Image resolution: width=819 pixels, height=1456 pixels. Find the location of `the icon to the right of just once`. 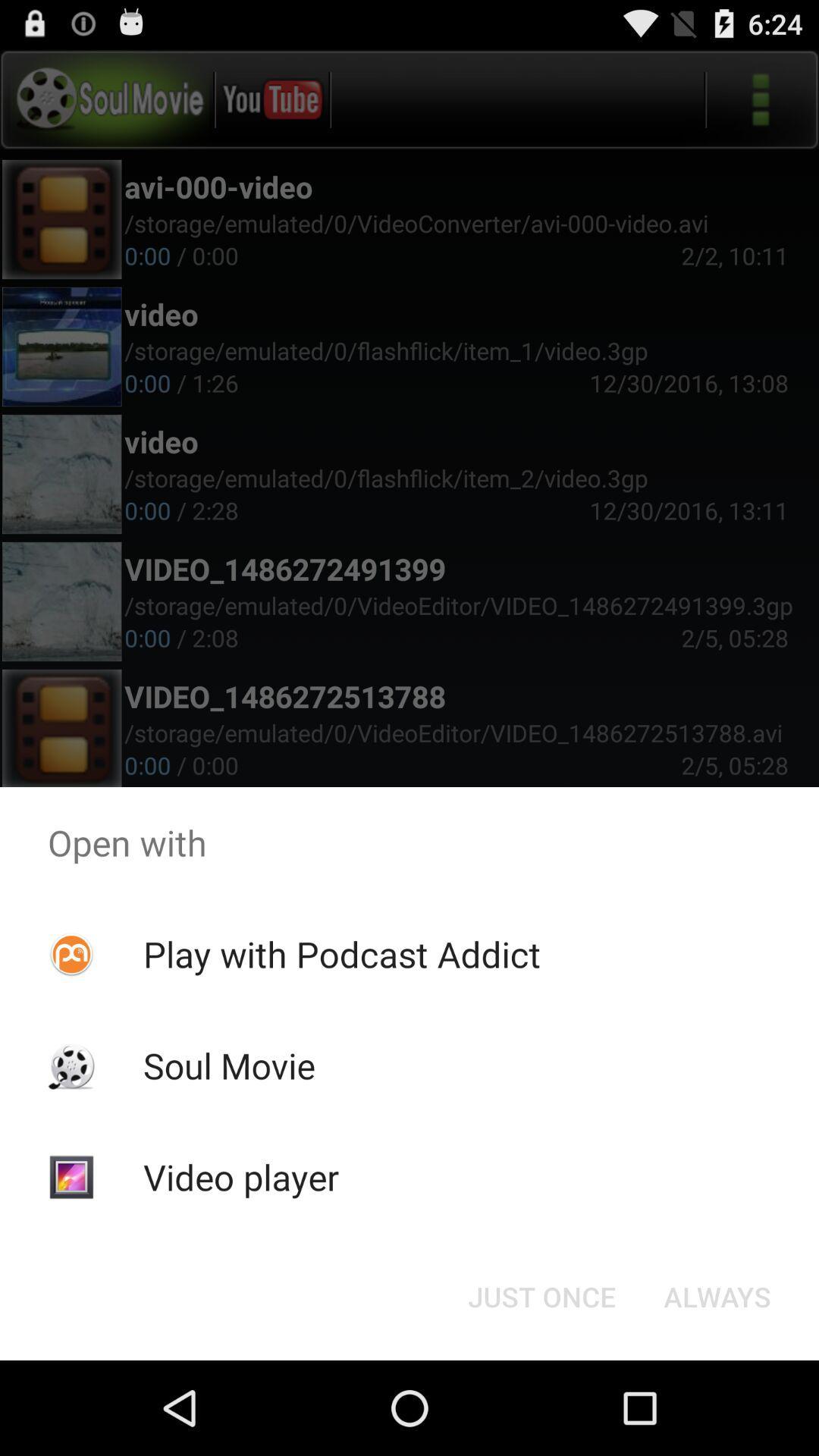

the icon to the right of just once is located at coordinates (717, 1295).